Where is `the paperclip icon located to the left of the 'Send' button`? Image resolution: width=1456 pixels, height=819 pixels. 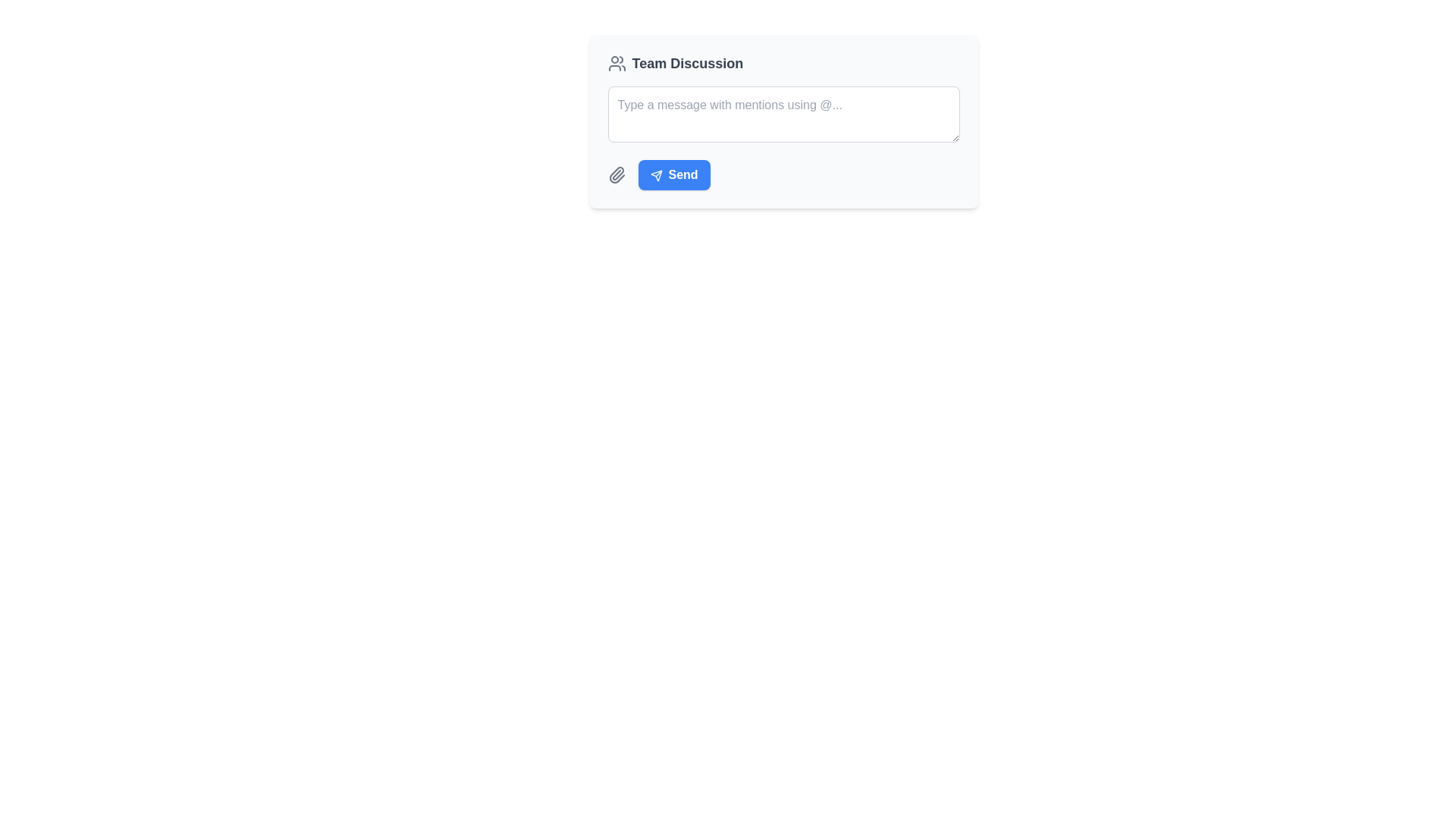
the paperclip icon located to the left of the 'Send' button is located at coordinates (617, 174).